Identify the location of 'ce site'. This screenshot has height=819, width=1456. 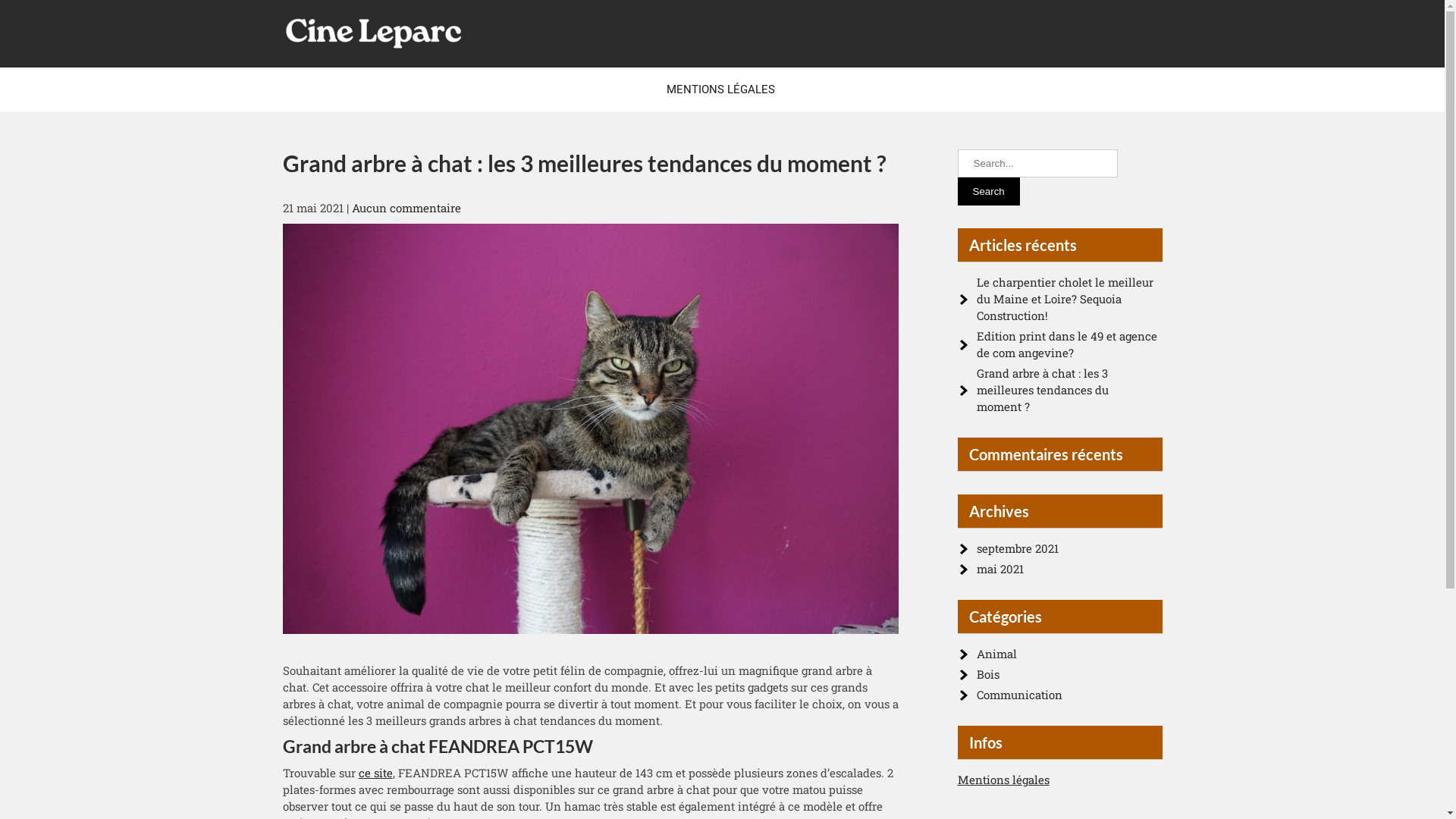
(375, 772).